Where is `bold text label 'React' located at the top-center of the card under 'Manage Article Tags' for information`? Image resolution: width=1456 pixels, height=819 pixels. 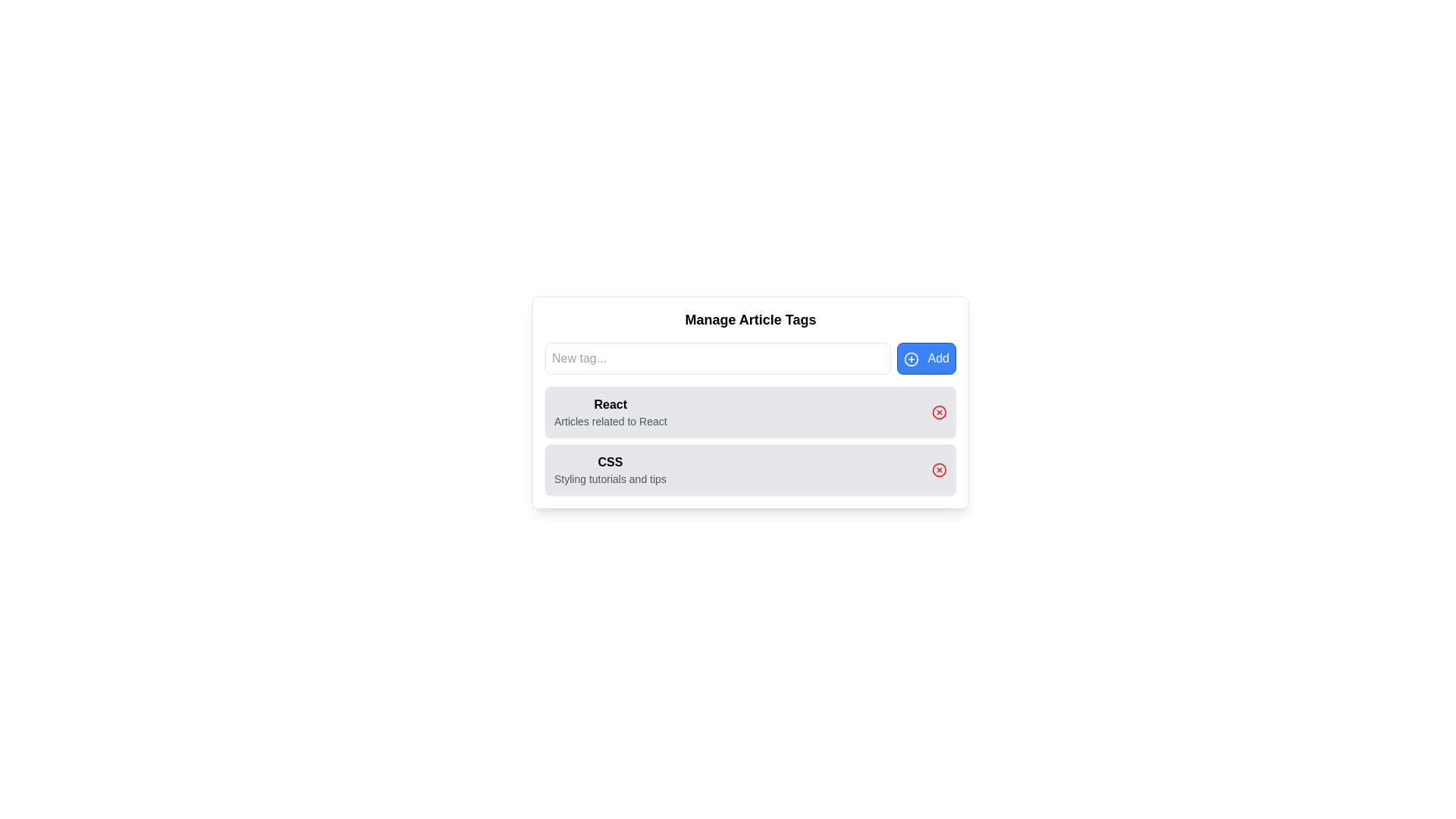
bold text label 'React' located at the top-center of the card under 'Manage Article Tags' for information is located at coordinates (610, 403).